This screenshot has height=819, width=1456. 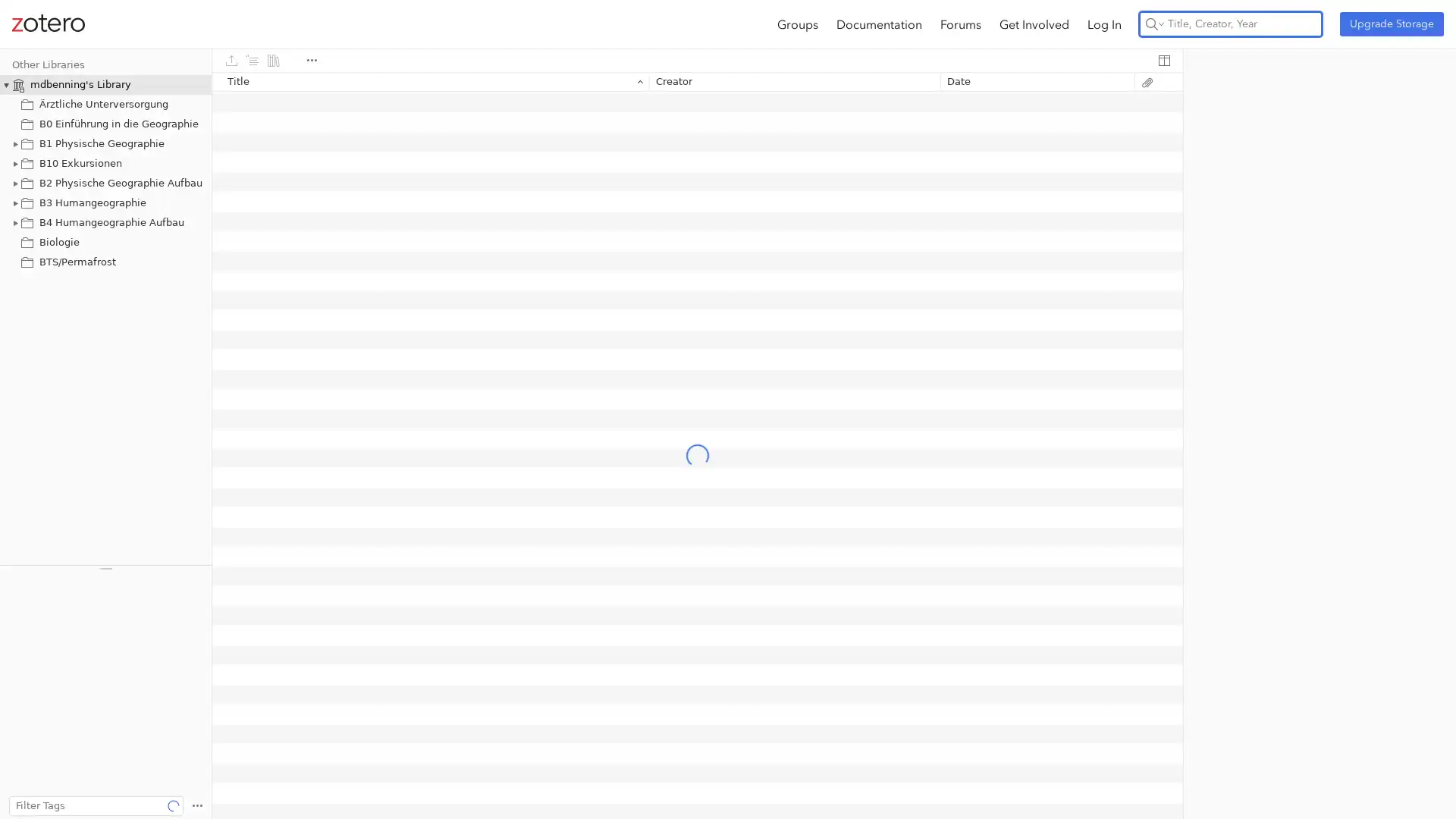 What do you see at coordinates (77, 622) in the screenshot?
I see `Bundesrepublik Deutschland` at bounding box center [77, 622].